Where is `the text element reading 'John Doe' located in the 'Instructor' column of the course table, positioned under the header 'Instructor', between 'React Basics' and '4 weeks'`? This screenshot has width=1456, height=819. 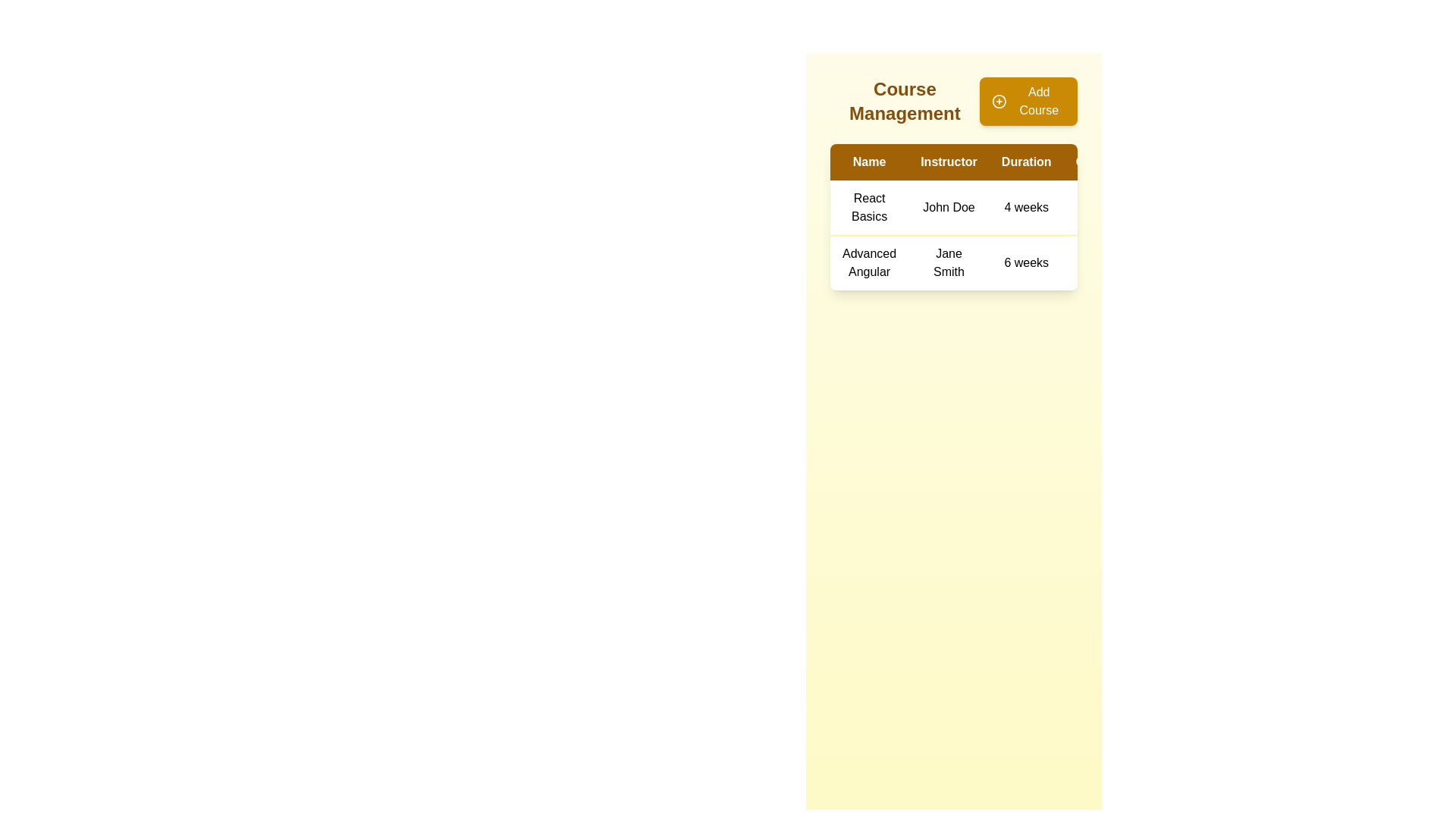 the text element reading 'John Doe' located in the 'Instructor' column of the course table, positioned under the header 'Instructor', between 'React Basics' and '4 weeks' is located at coordinates (948, 208).